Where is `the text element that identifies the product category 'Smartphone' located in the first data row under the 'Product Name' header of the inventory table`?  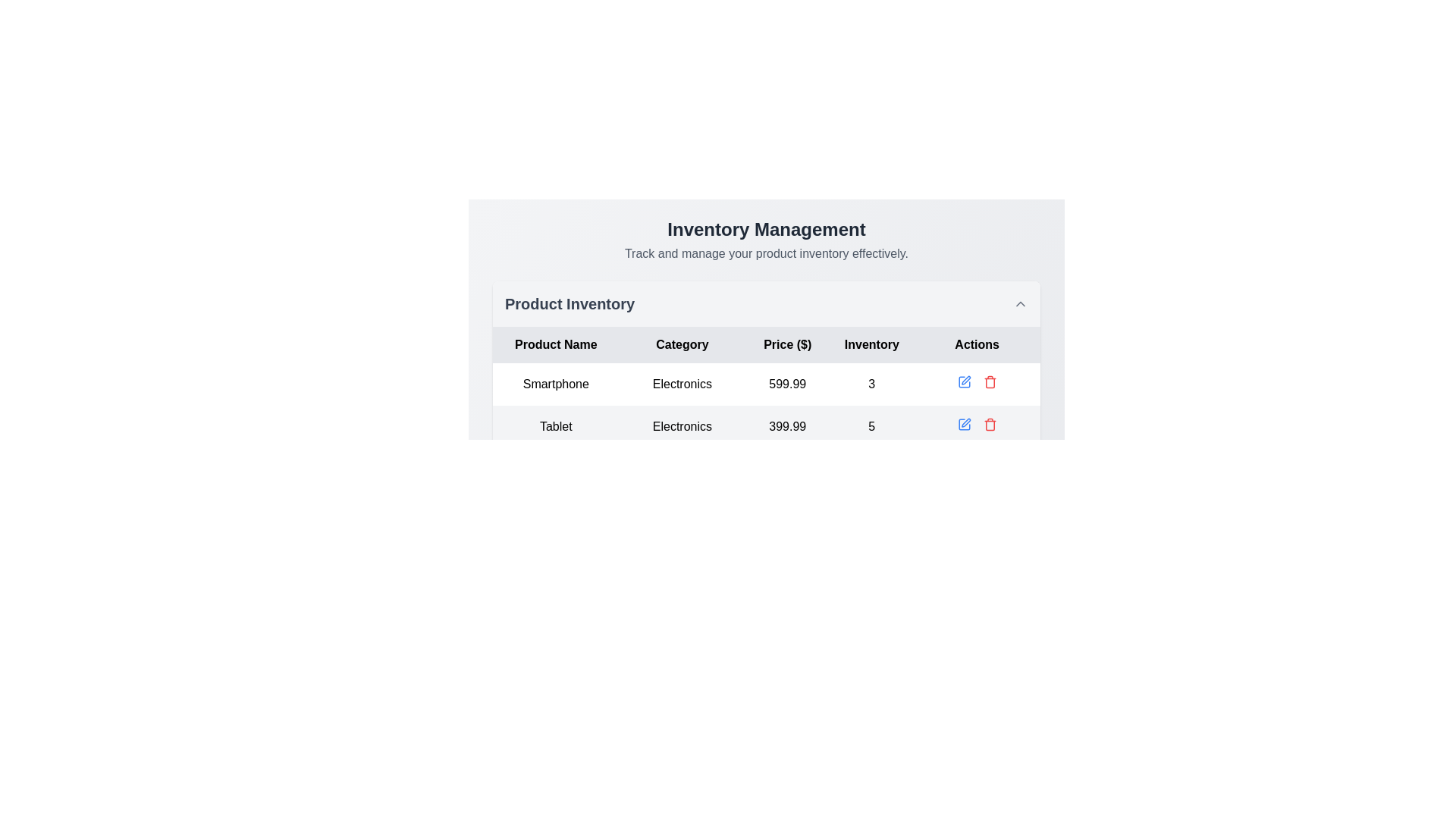
the text element that identifies the product category 'Smartphone' located in the first data row under the 'Product Name' header of the inventory table is located at coordinates (555, 383).